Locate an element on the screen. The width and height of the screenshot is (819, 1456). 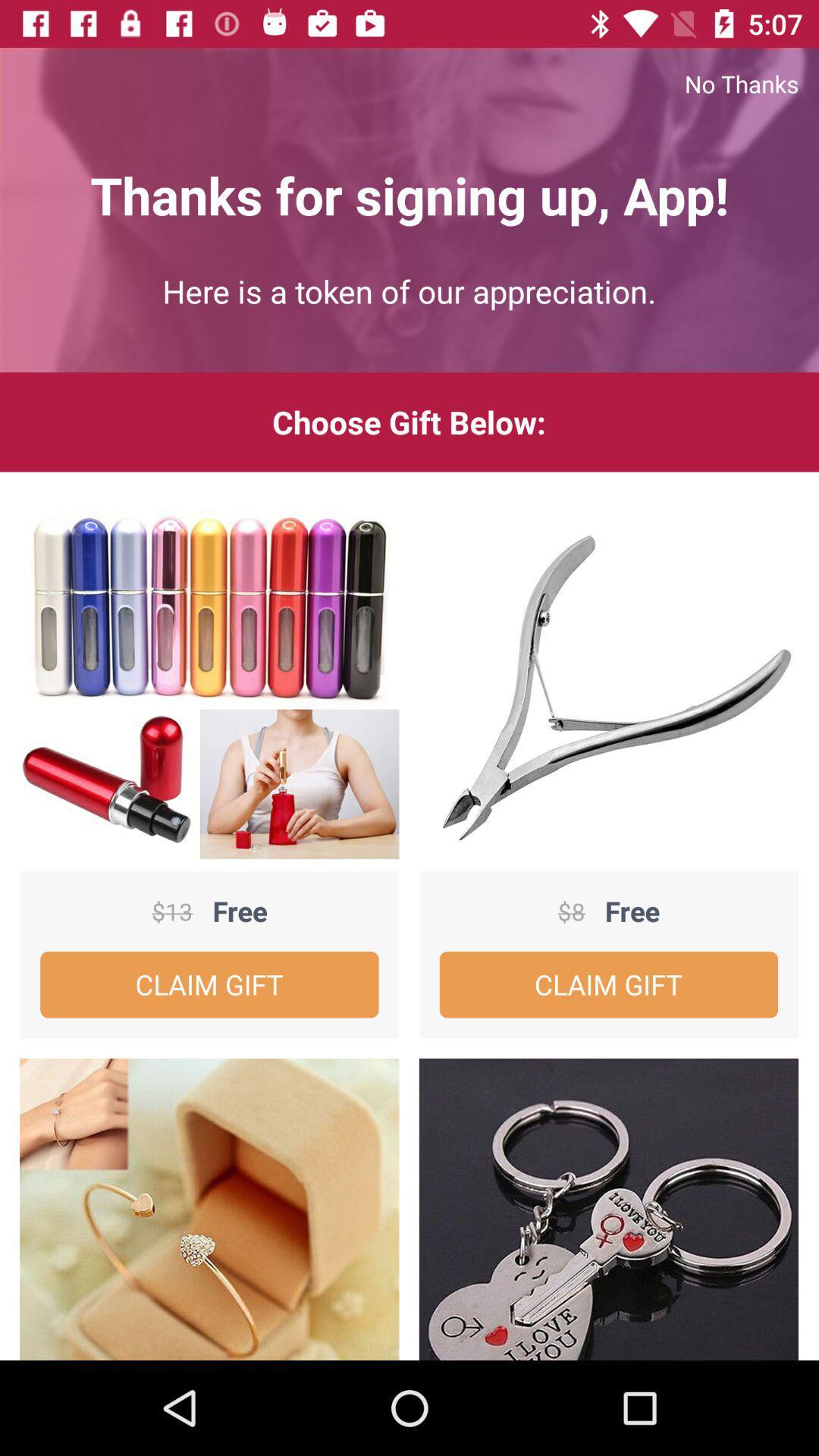
icon above the thanks for signing is located at coordinates (409, 83).